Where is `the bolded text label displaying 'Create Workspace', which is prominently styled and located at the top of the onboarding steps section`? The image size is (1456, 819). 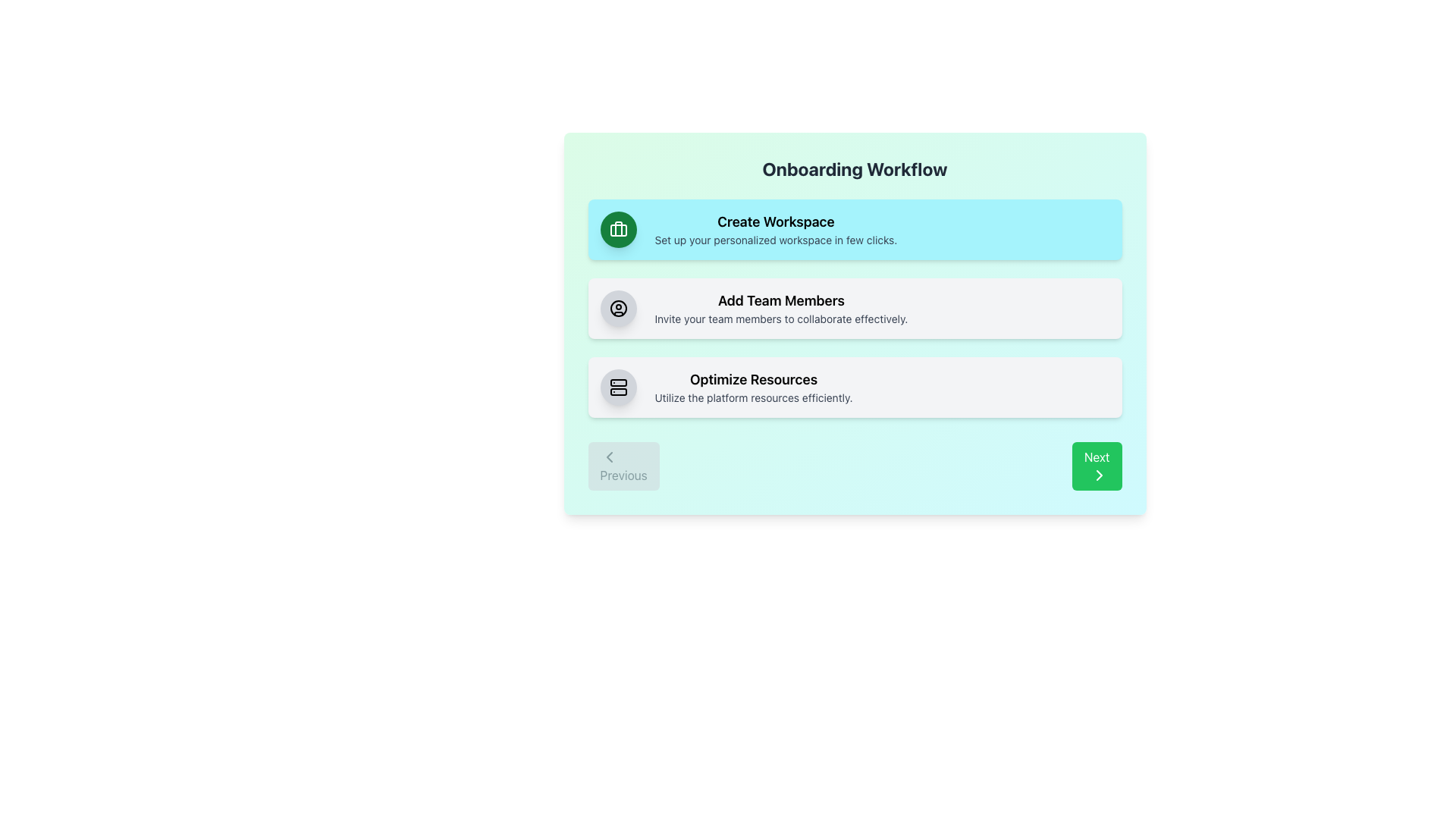
the bolded text label displaying 'Create Workspace', which is prominently styled and located at the top of the onboarding steps section is located at coordinates (776, 222).